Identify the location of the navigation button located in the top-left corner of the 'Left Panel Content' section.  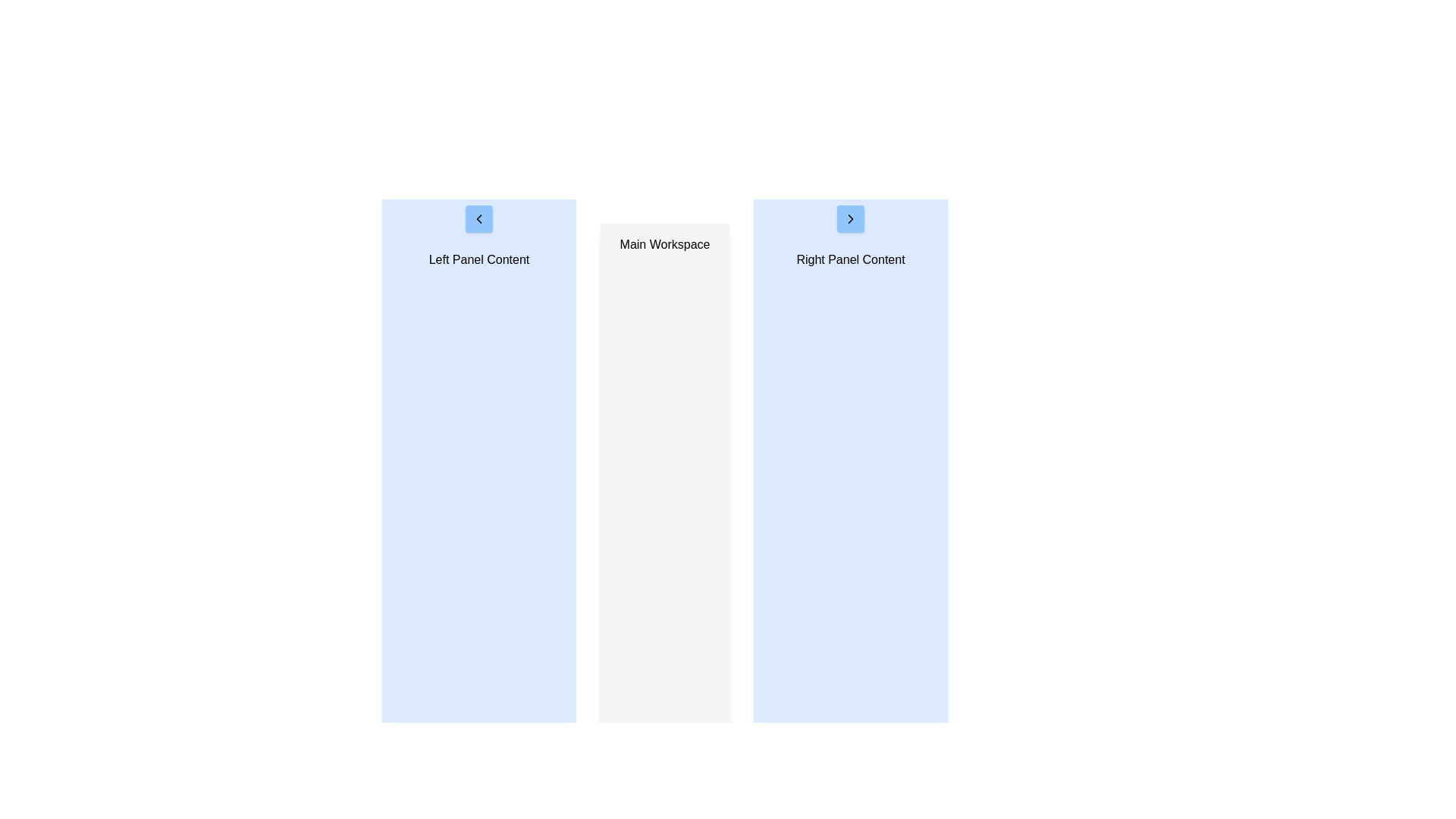
(479, 219).